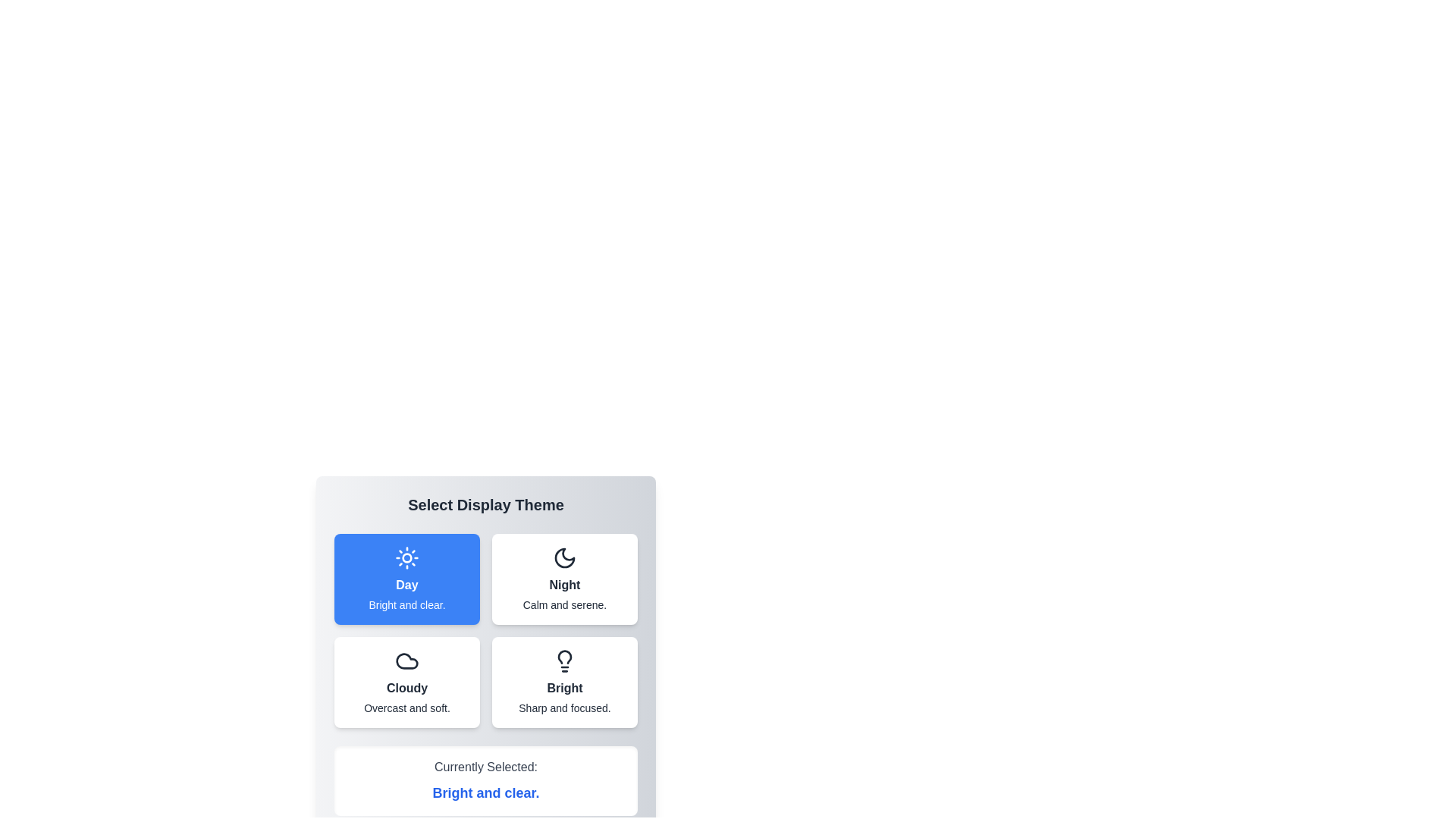 This screenshot has width=1456, height=819. I want to click on the button corresponding to the Bright theme, so click(563, 681).